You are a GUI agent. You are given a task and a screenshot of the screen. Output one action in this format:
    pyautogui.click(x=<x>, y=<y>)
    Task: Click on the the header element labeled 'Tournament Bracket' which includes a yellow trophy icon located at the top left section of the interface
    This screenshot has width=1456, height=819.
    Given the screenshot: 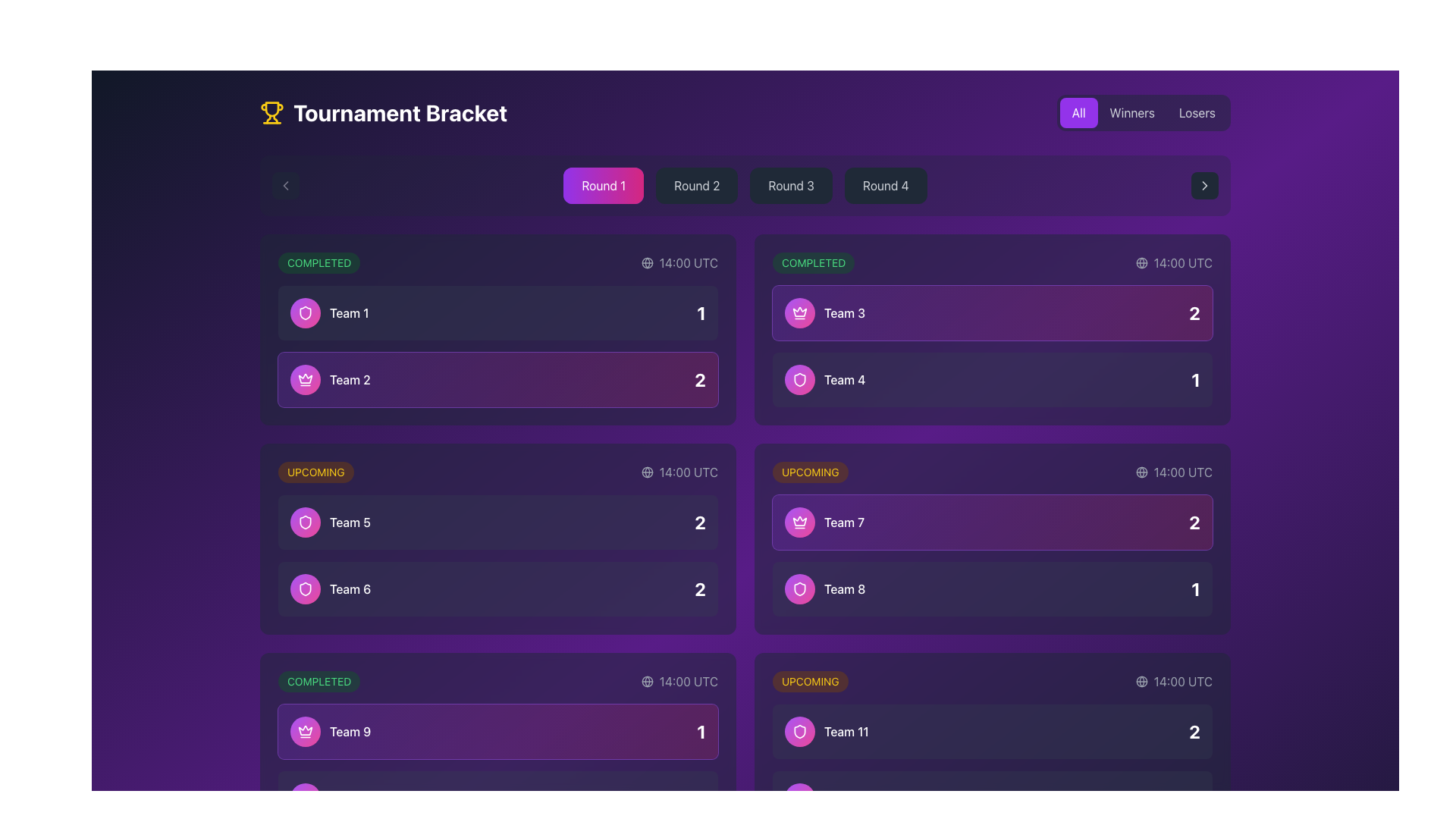 What is the action you would take?
    pyautogui.click(x=384, y=112)
    